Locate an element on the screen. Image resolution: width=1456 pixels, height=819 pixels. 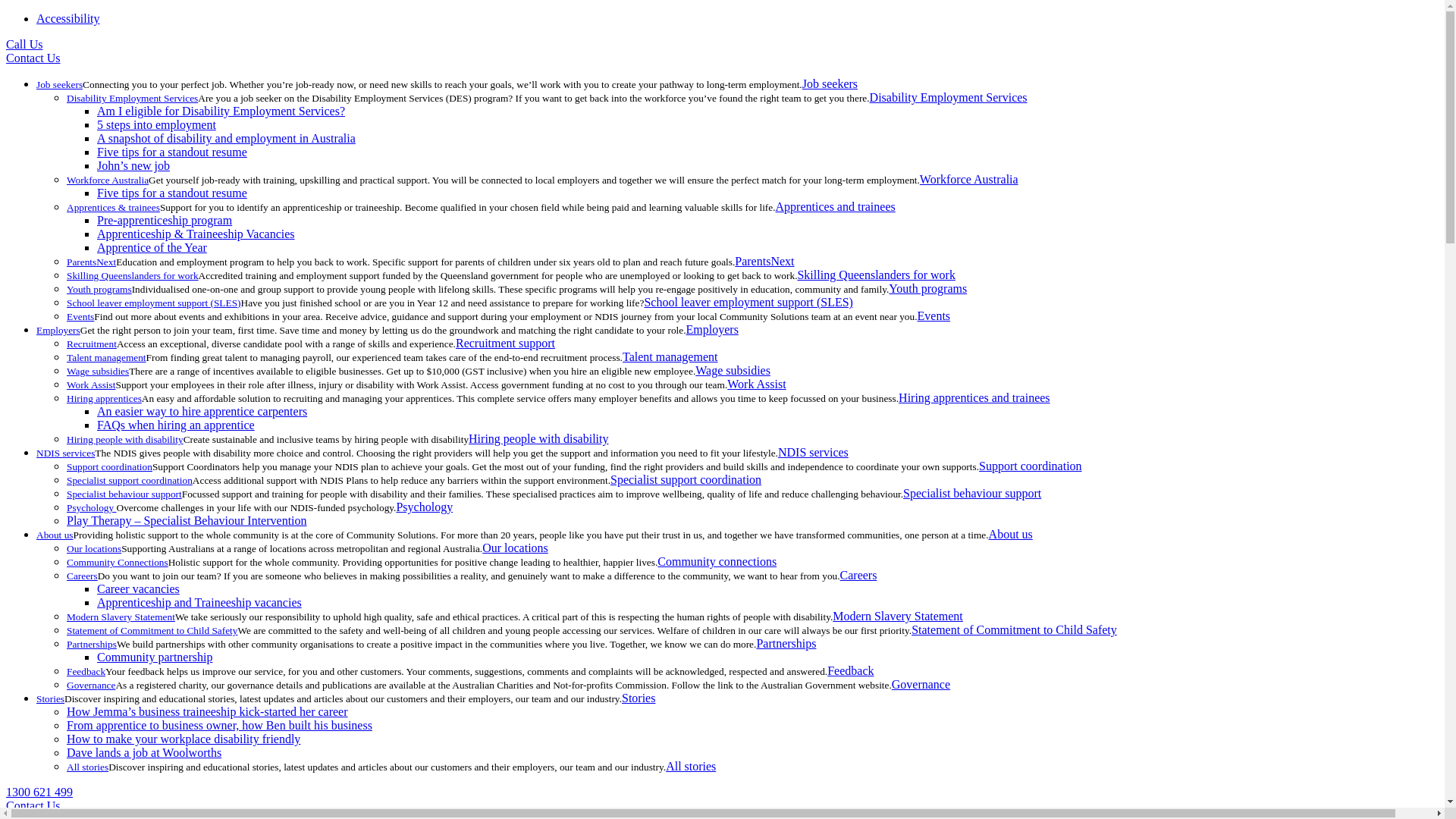
'FAQs when hiring an apprentice' is located at coordinates (175, 425).